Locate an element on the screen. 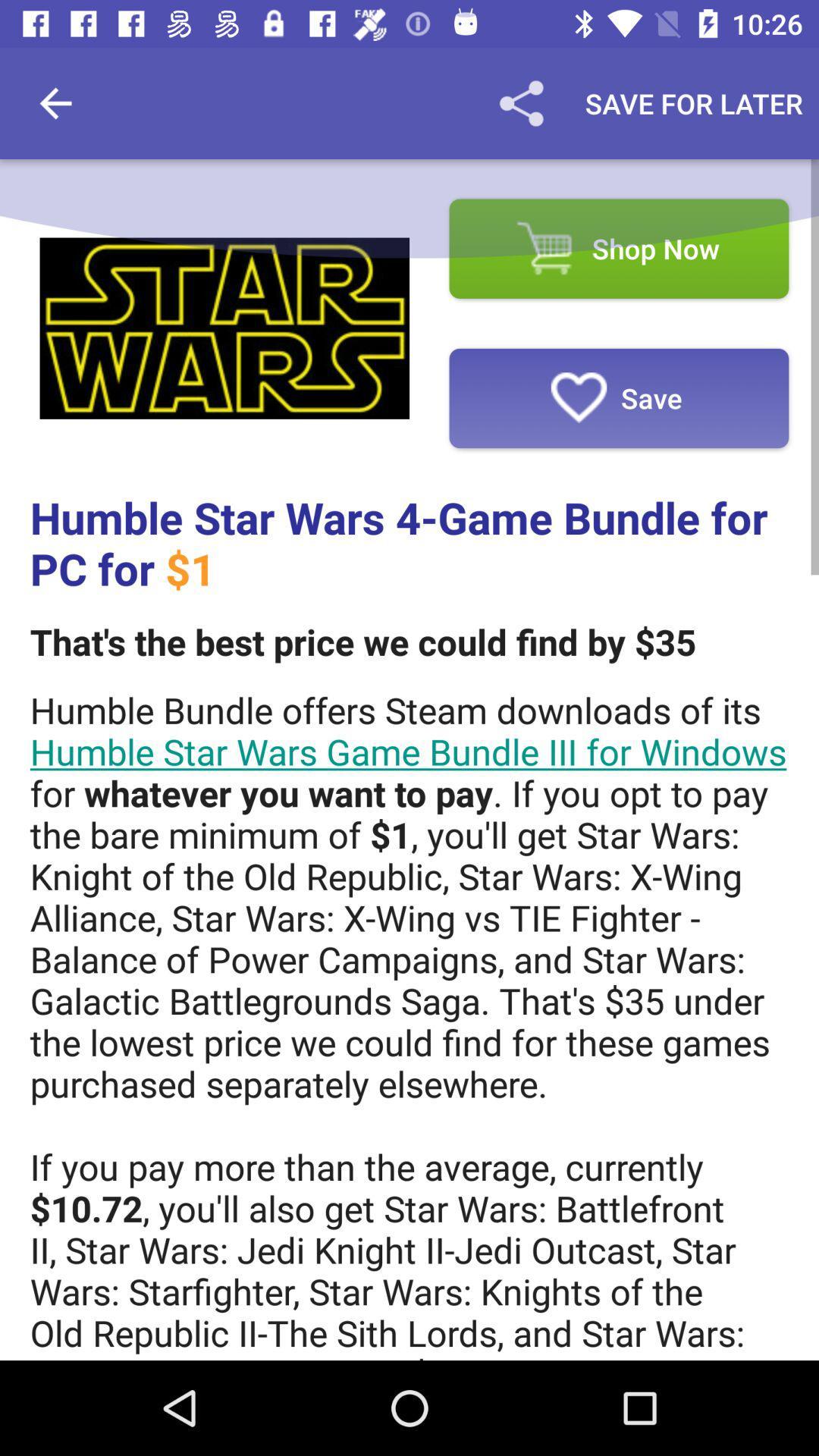 The width and height of the screenshot is (819, 1456). the that s the is located at coordinates (362, 642).